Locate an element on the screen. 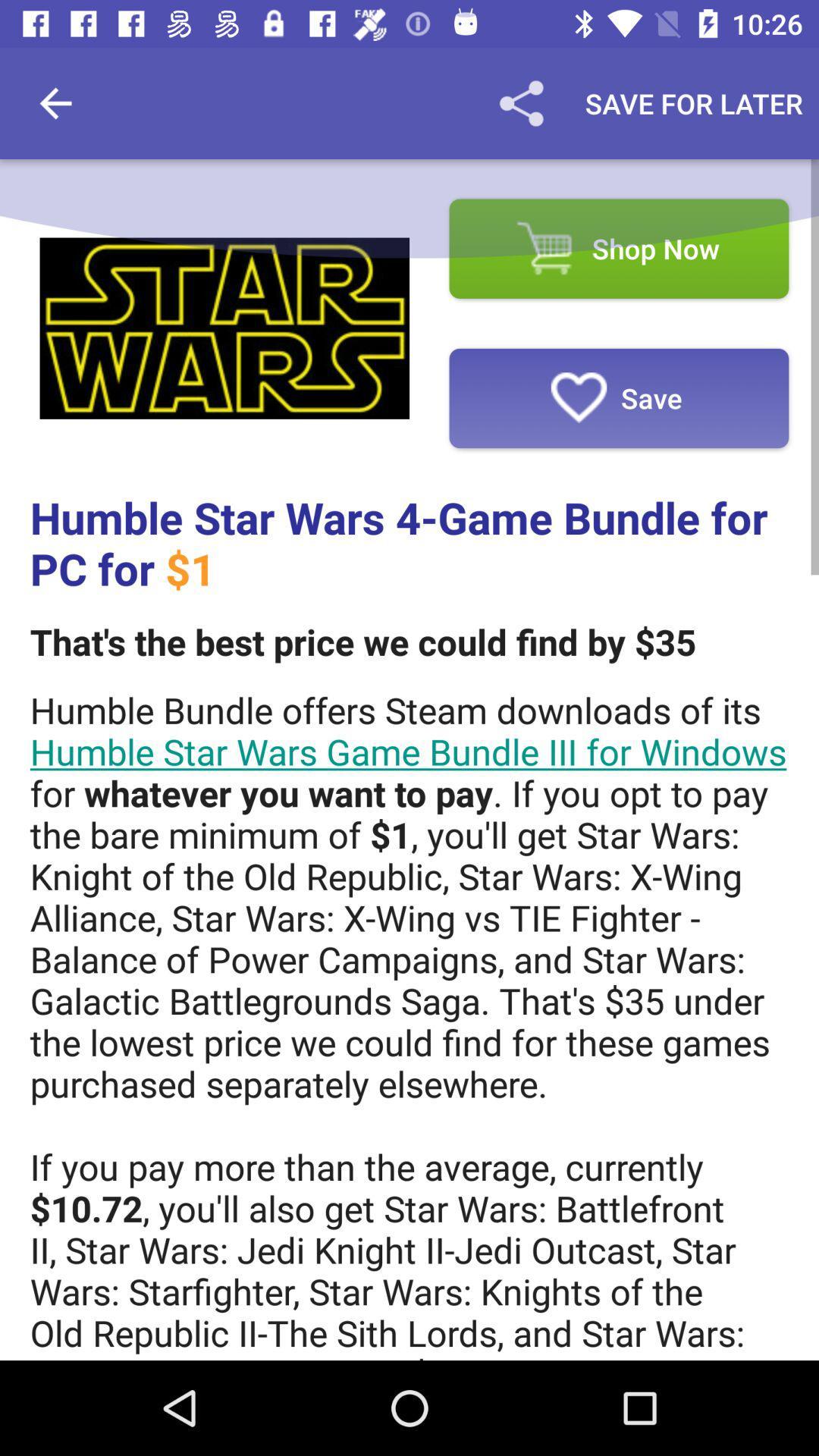 The width and height of the screenshot is (819, 1456). the that s the is located at coordinates (362, 642).